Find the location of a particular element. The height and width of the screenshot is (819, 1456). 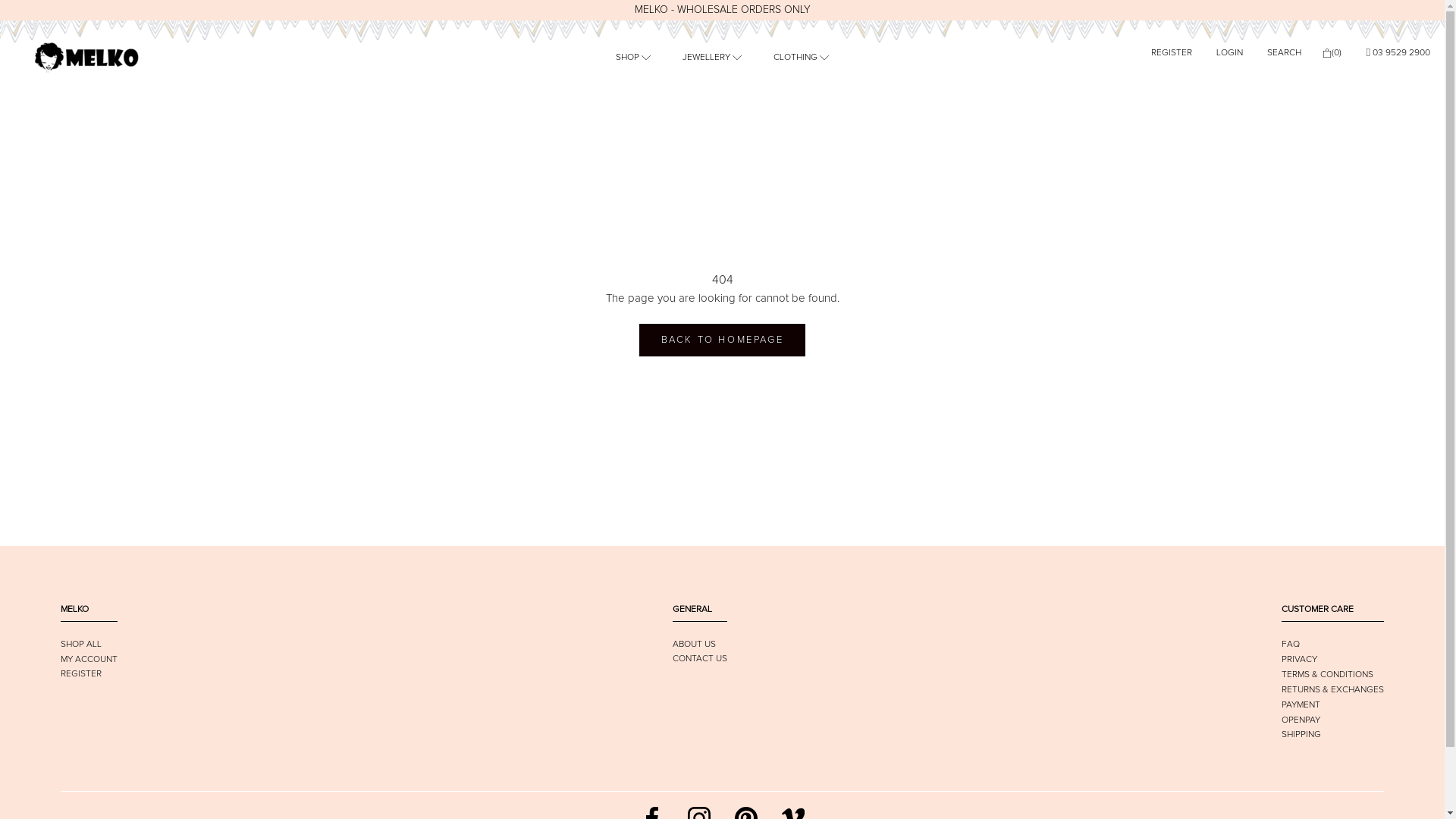

'PAYMENT' is located at coordinates (1300, 704).